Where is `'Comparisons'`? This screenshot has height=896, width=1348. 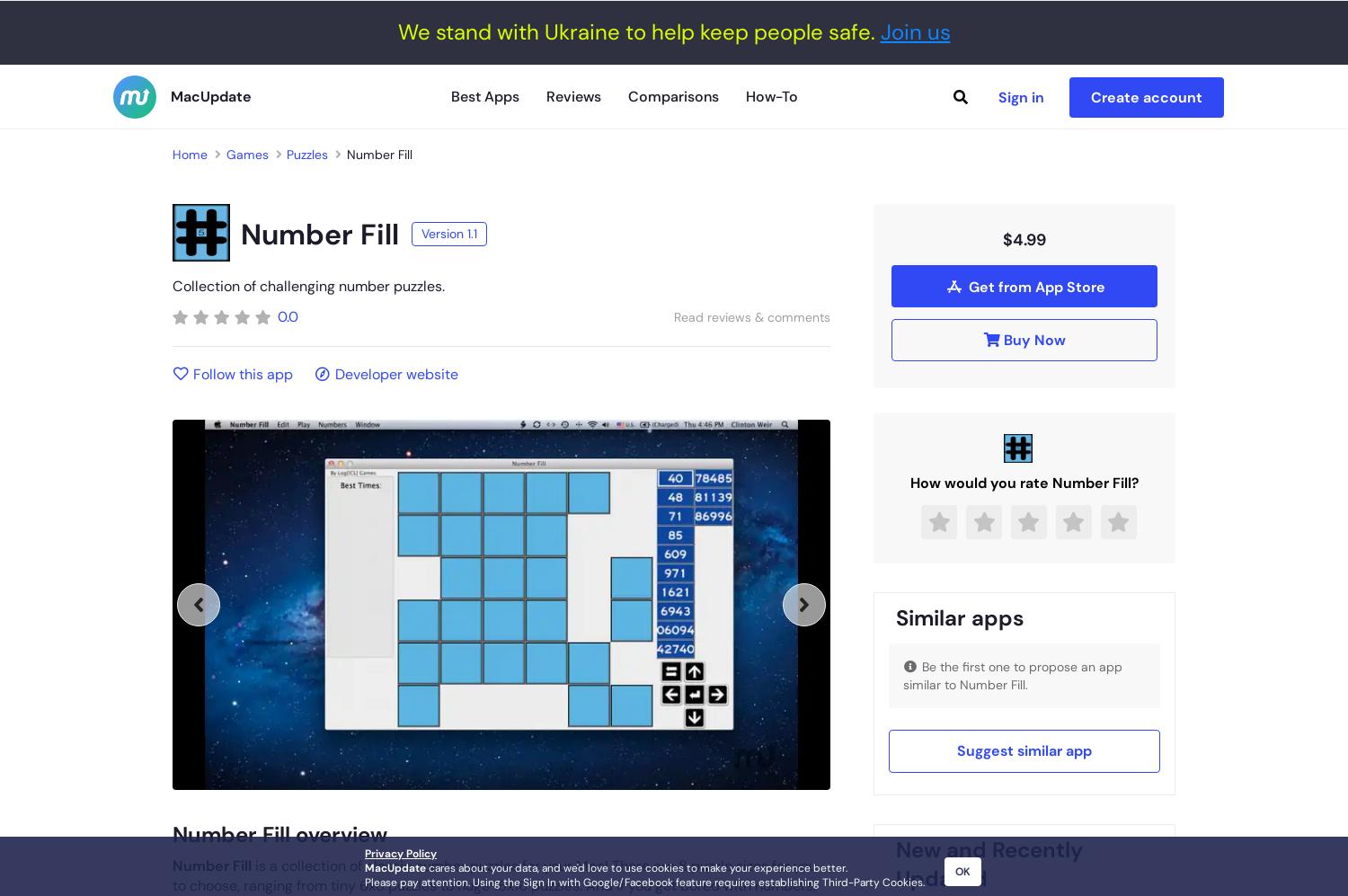
'Comparisons' is located at coordinates (627, 95).